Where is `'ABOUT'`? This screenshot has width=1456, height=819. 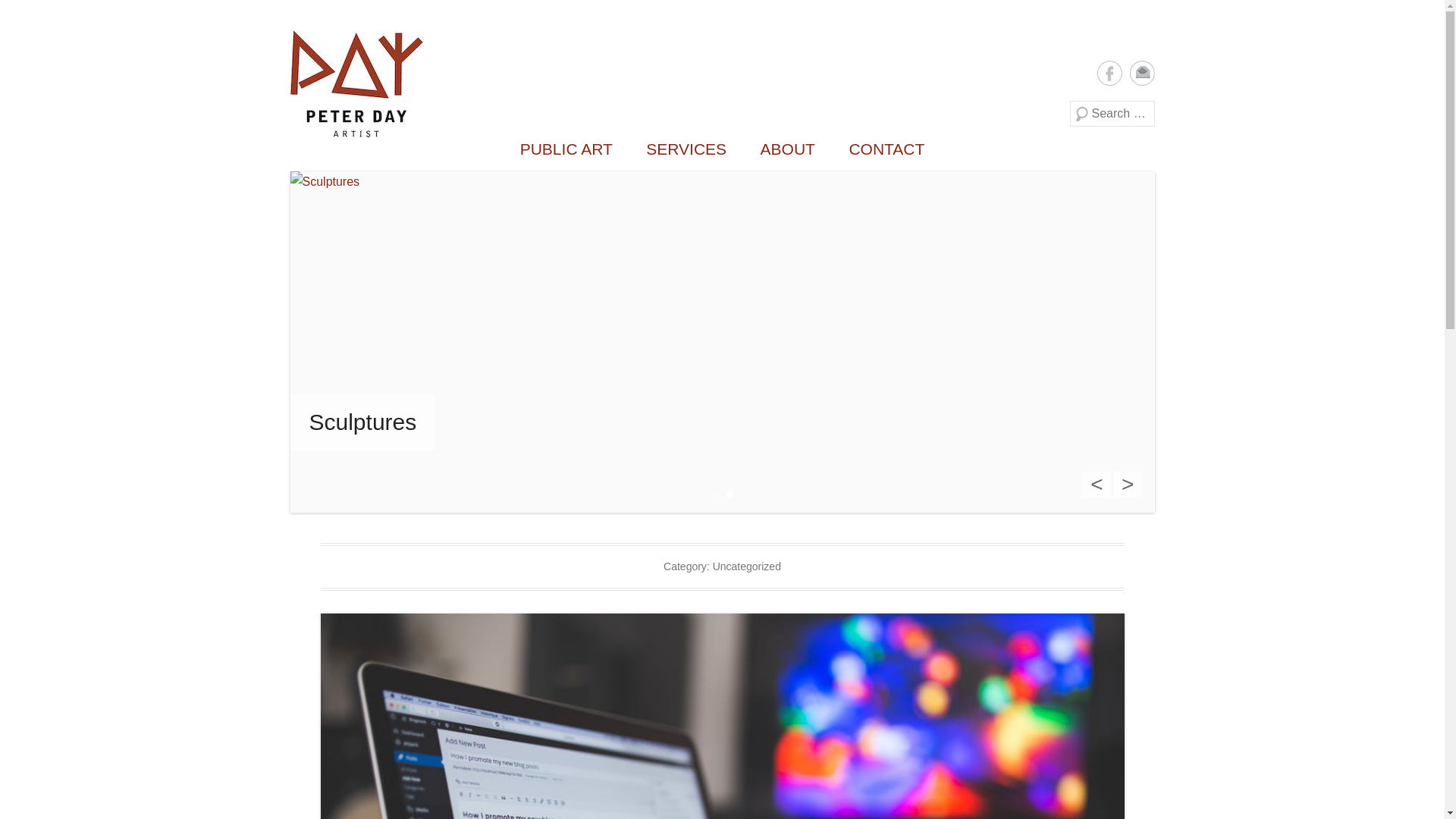
'ABOUT' is located at coordinates (787, 149).